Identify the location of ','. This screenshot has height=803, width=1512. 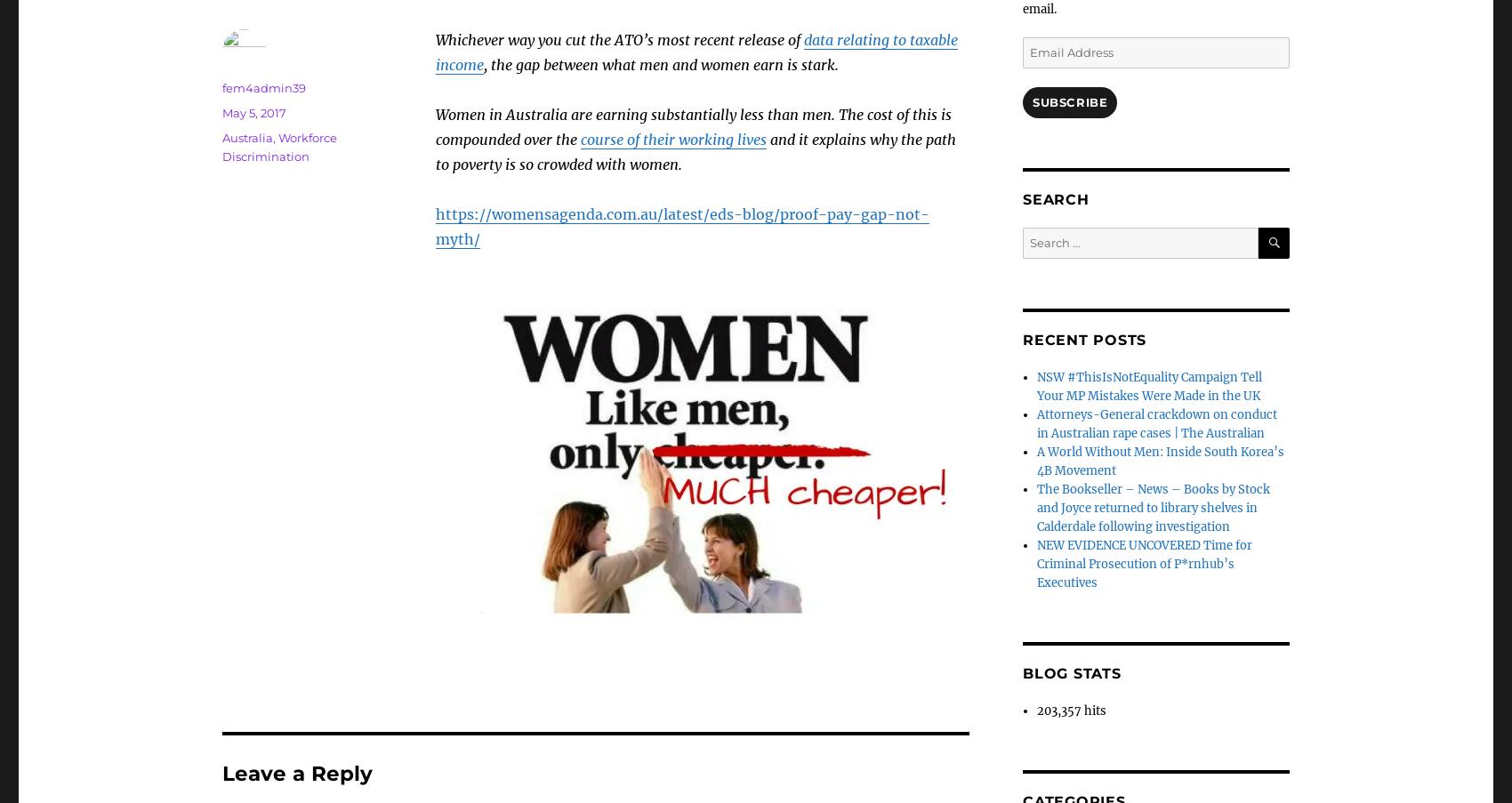
(276, 137).